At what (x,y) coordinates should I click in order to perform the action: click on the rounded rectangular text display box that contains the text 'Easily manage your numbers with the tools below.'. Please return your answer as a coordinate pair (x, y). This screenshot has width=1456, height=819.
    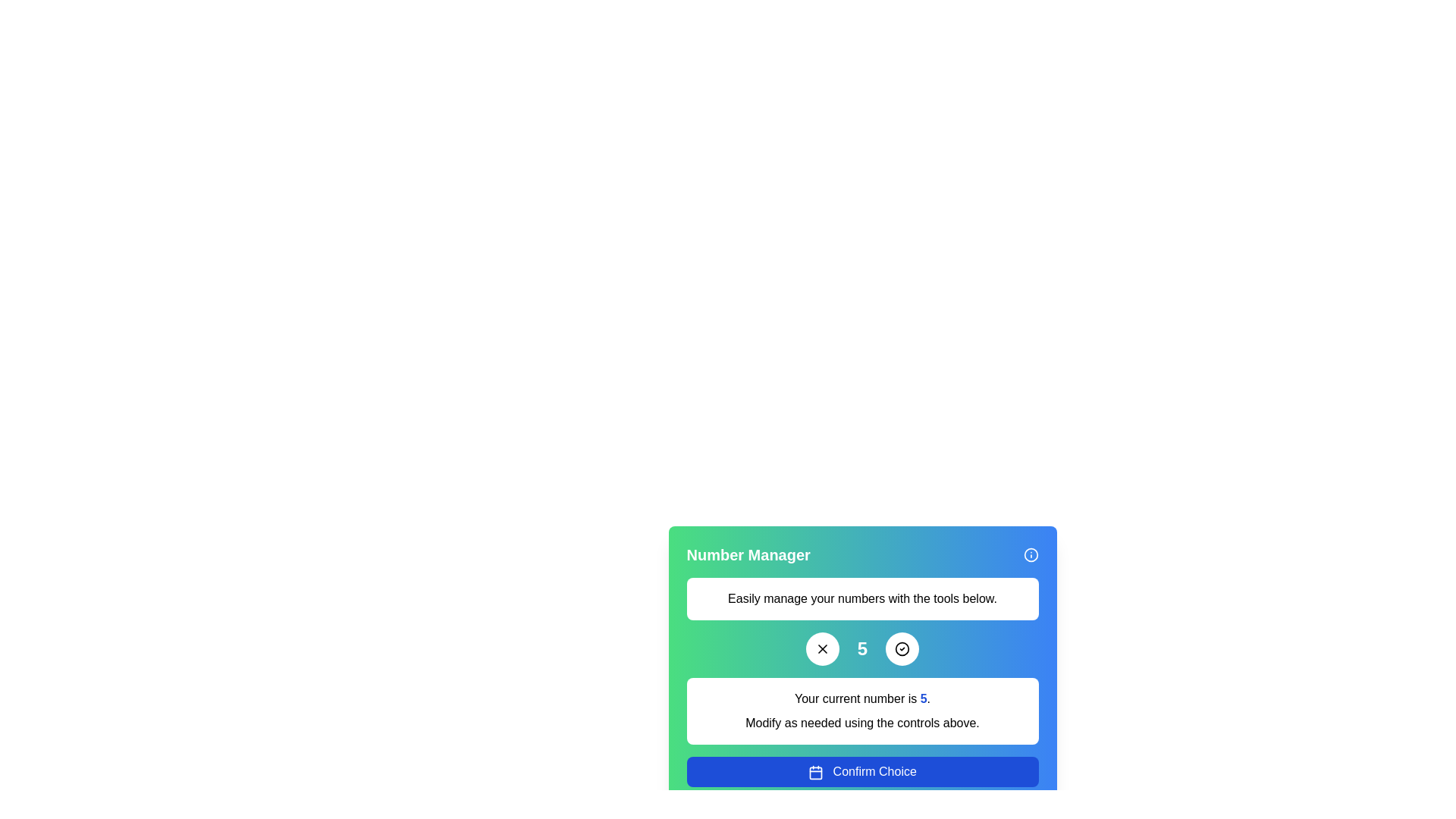
    Looking at the image, I should click on (862, 598).